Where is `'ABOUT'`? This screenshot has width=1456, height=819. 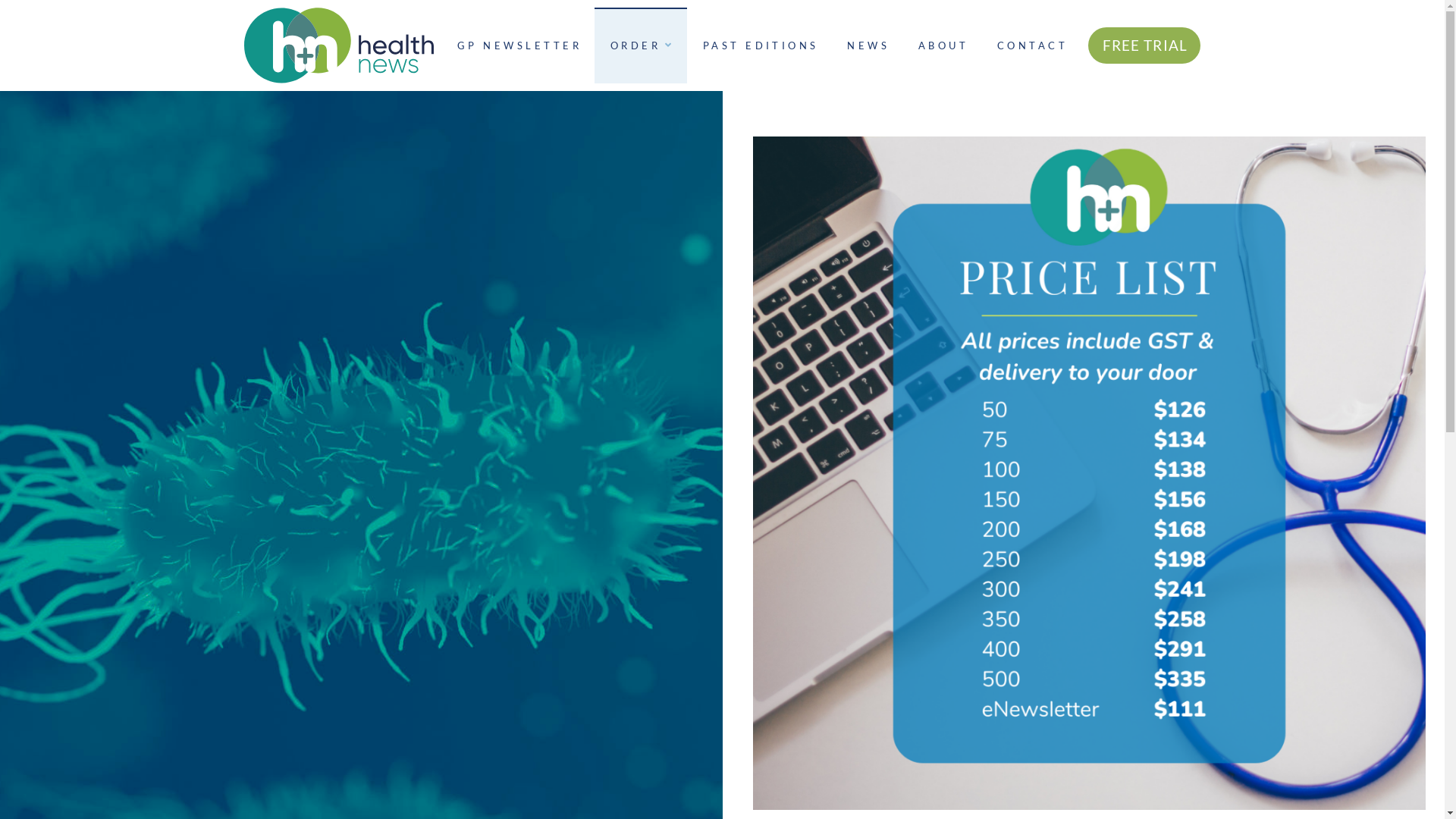 'ABOUT' is located at coordinates (902, 45).